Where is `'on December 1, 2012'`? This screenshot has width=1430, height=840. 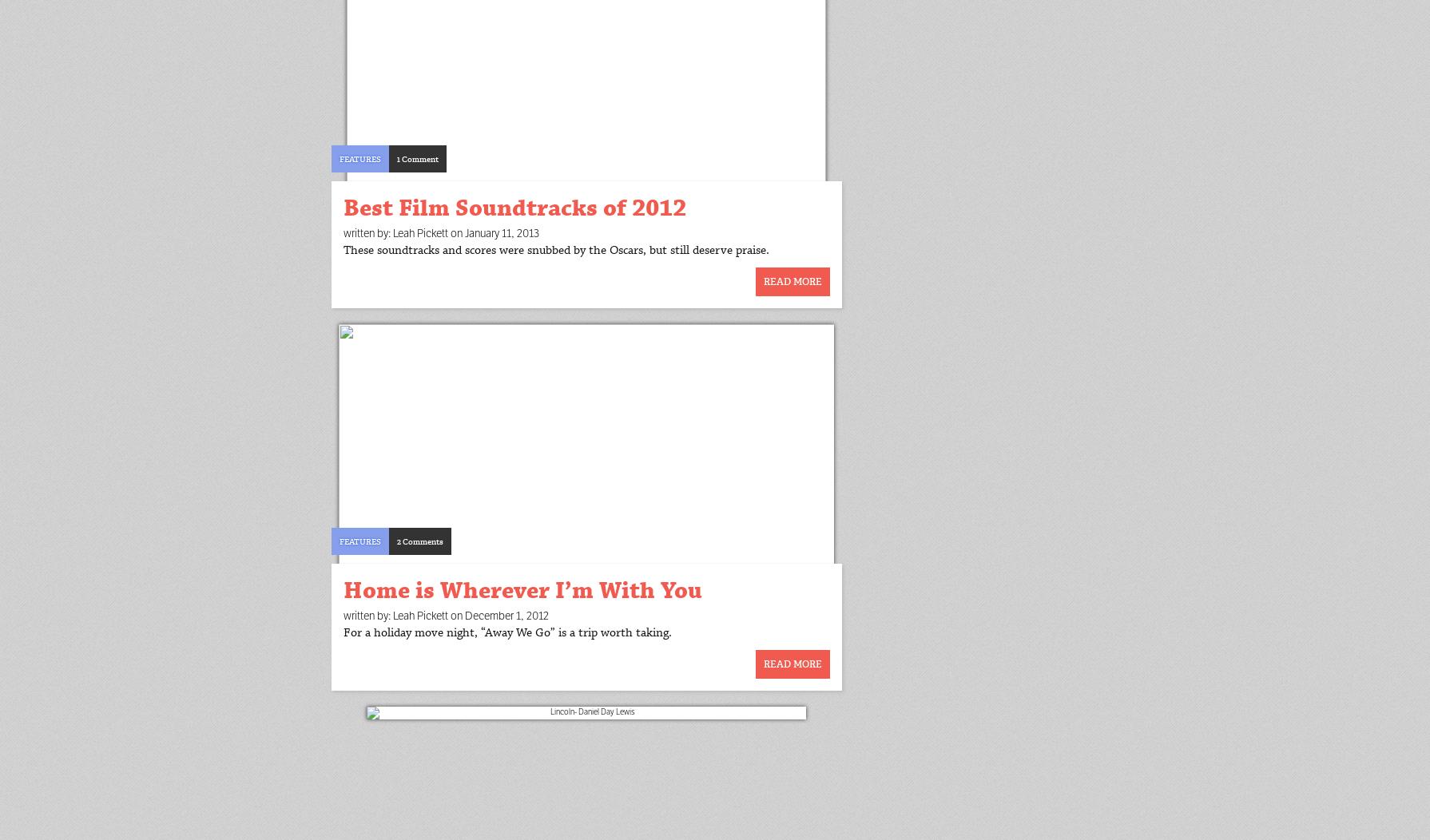
'on December 1, 2012' is located at coordinates (499, 613).